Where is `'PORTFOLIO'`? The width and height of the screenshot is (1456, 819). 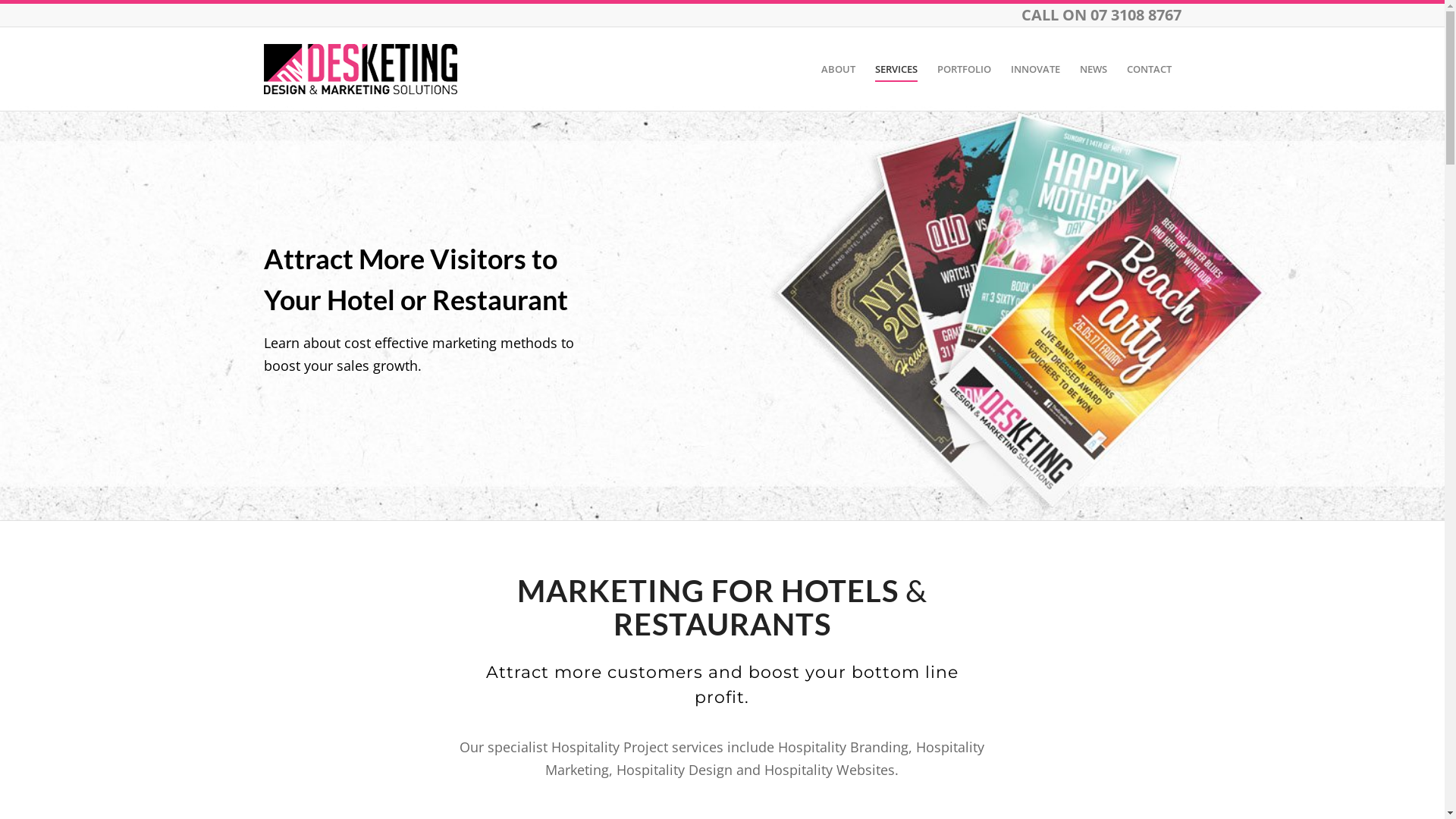
'PORTFOLIO' is located at coordinates (962, 69).